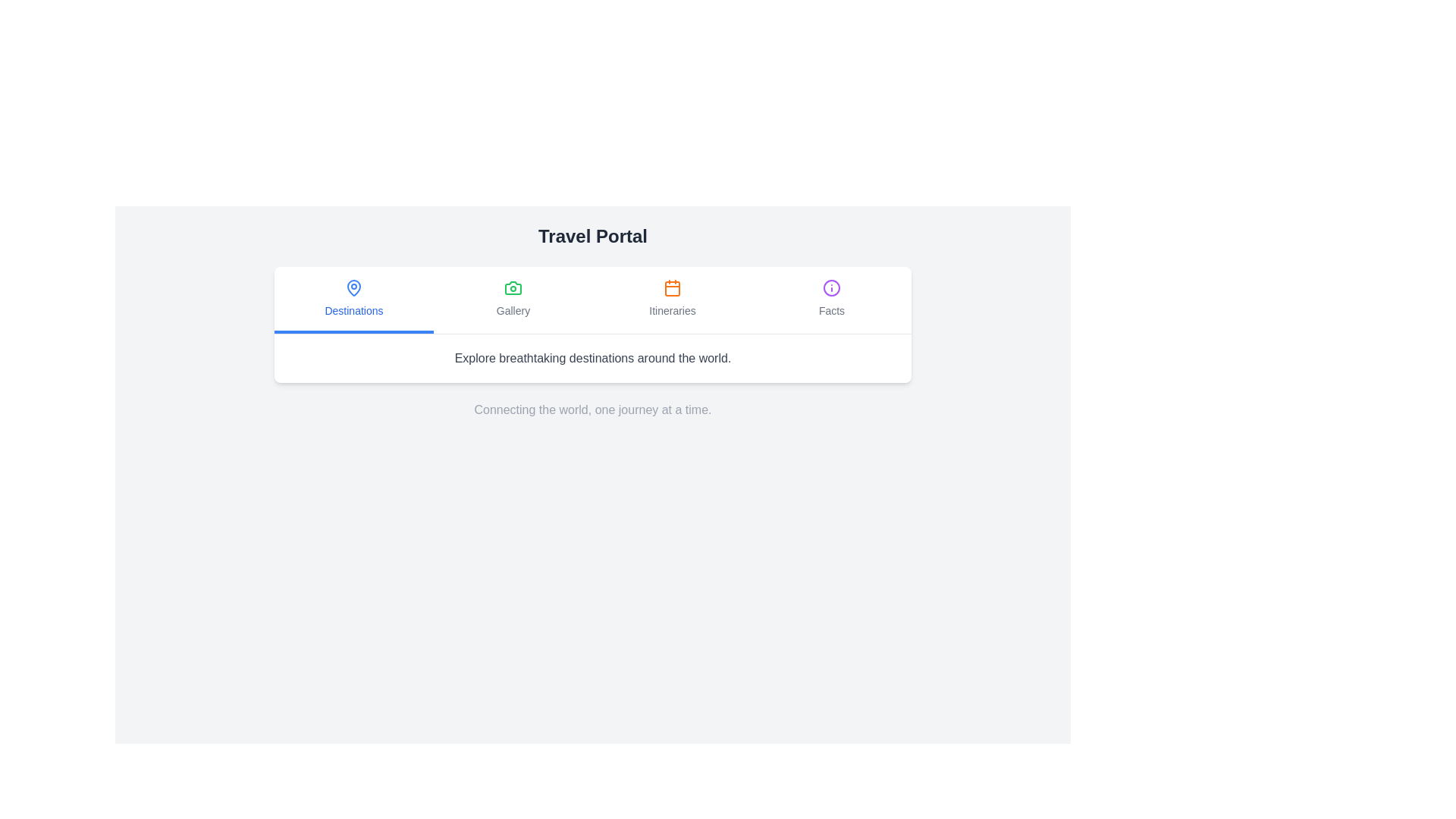 This screenshot has width=1456, height=819. I want to click on the navigation link labeled 'Facts' which features an icon of a circle with an 'i' symbol in purple, positioned as the fourth item in a horizontal navigation menu, so click(831, 298).